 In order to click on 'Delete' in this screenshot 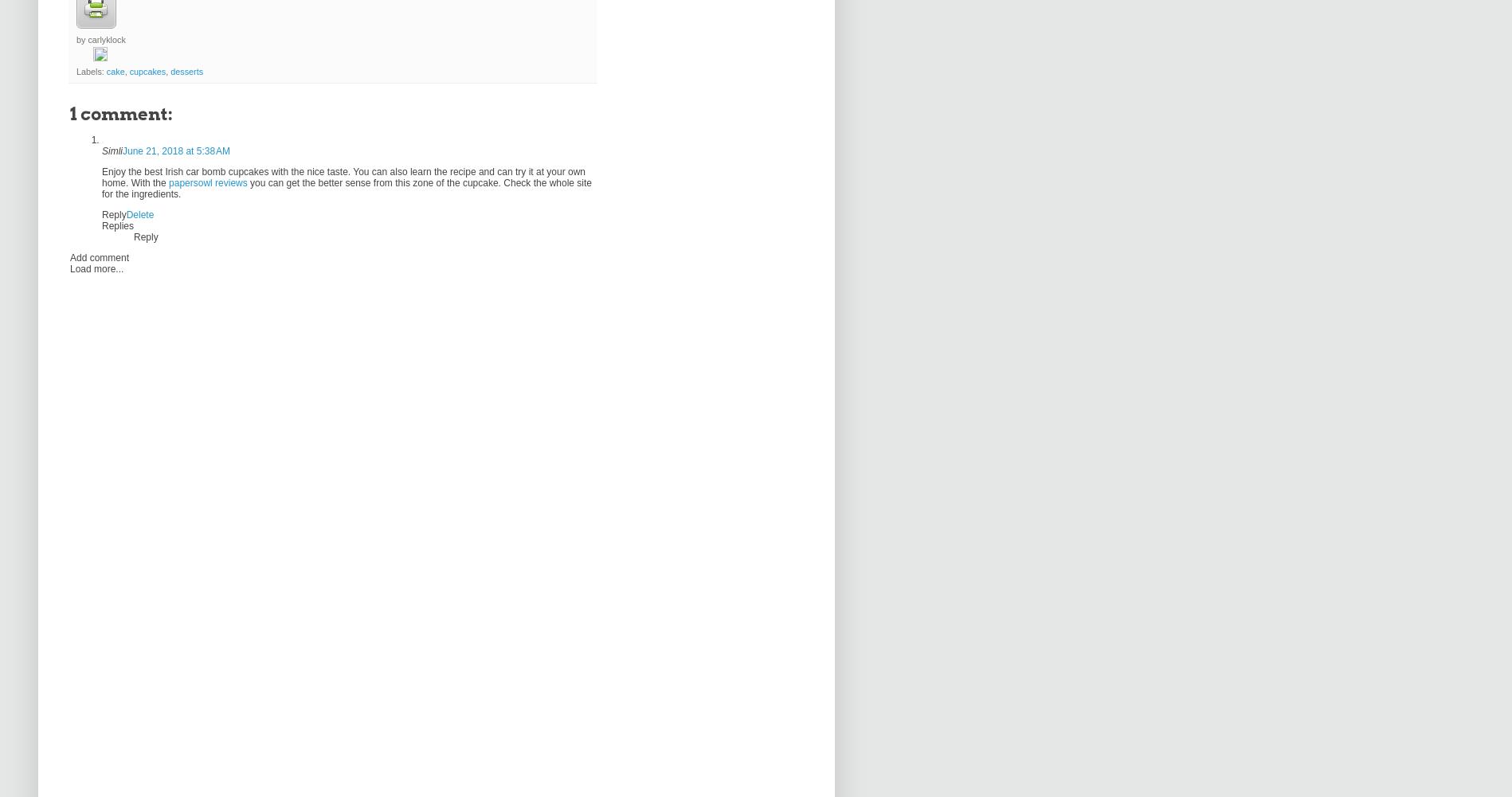, I will do `click(139, 213)`.